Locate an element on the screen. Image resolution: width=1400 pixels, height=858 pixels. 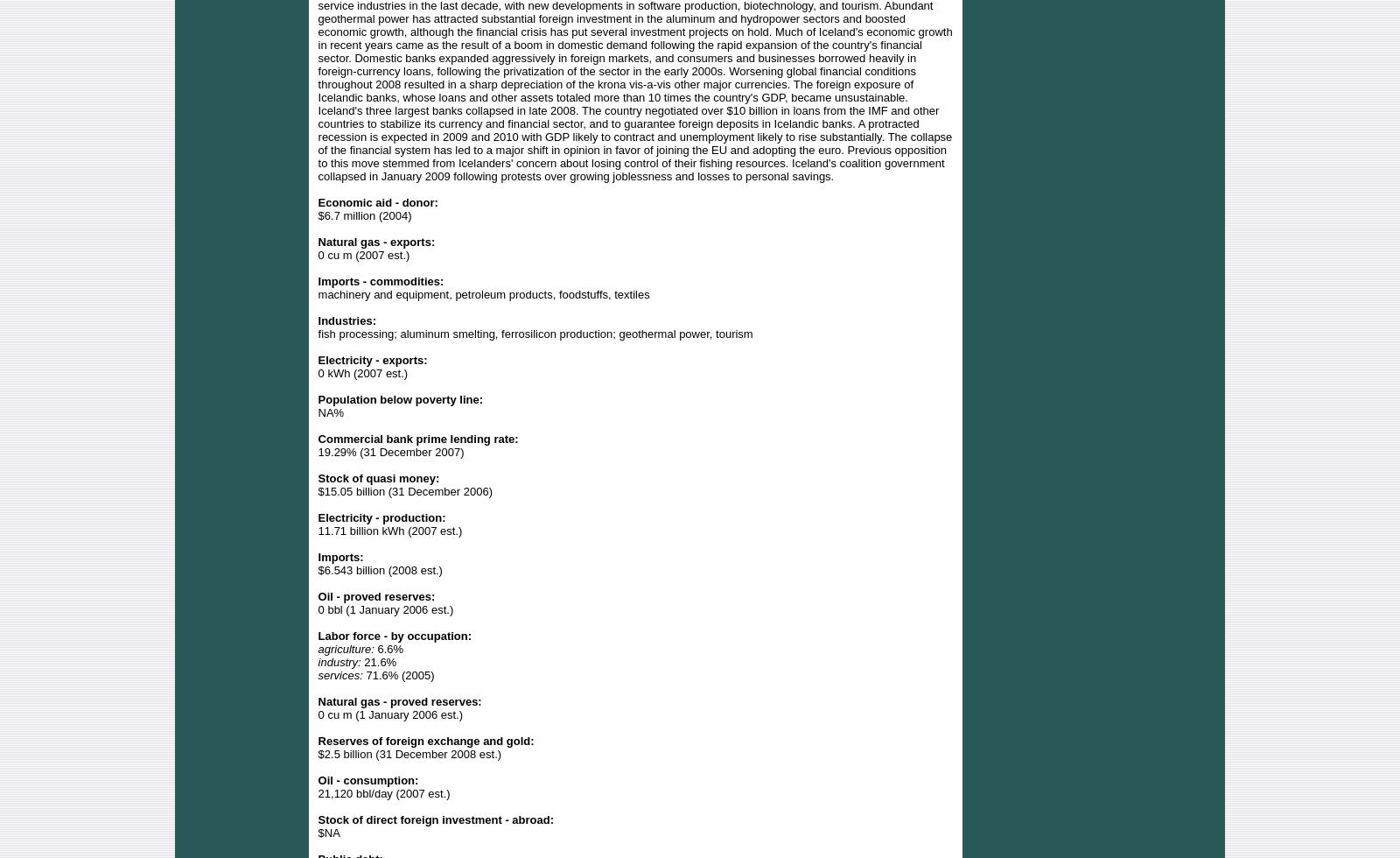
'Oil - consumption:' is located at coordinates (367, 779).